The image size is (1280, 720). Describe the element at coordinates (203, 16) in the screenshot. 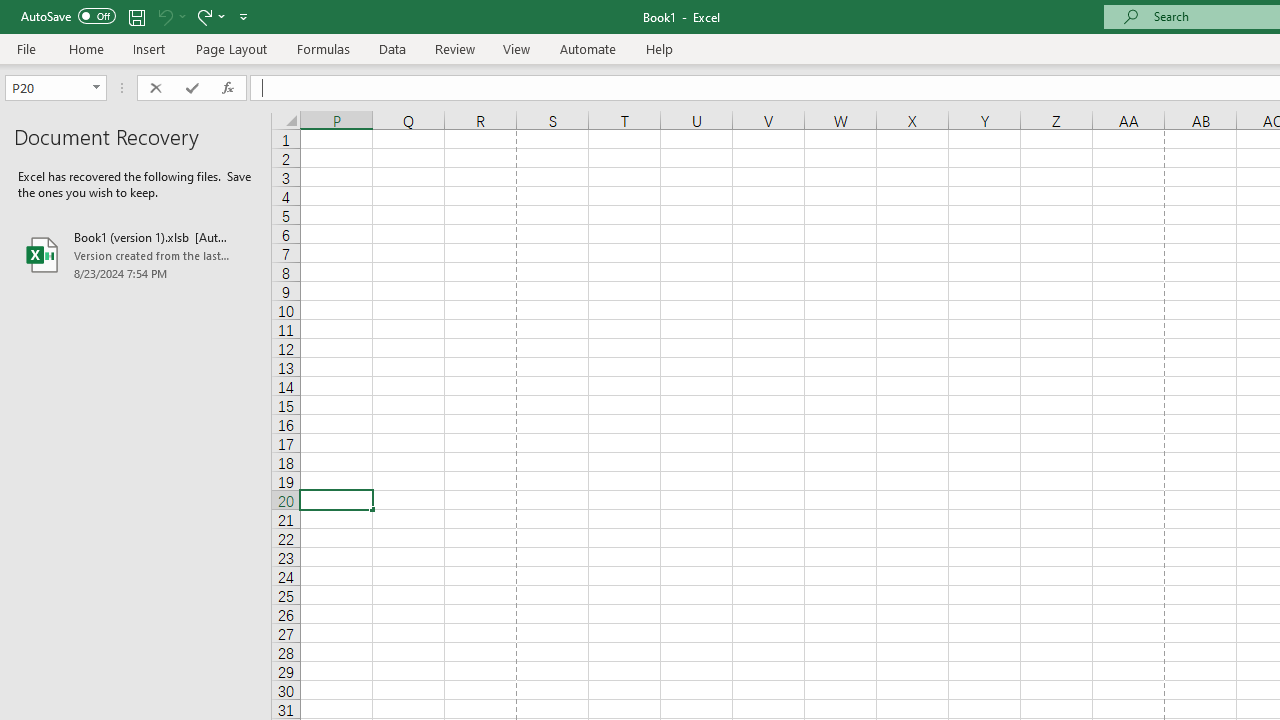

I see `'Redo'` at that location.